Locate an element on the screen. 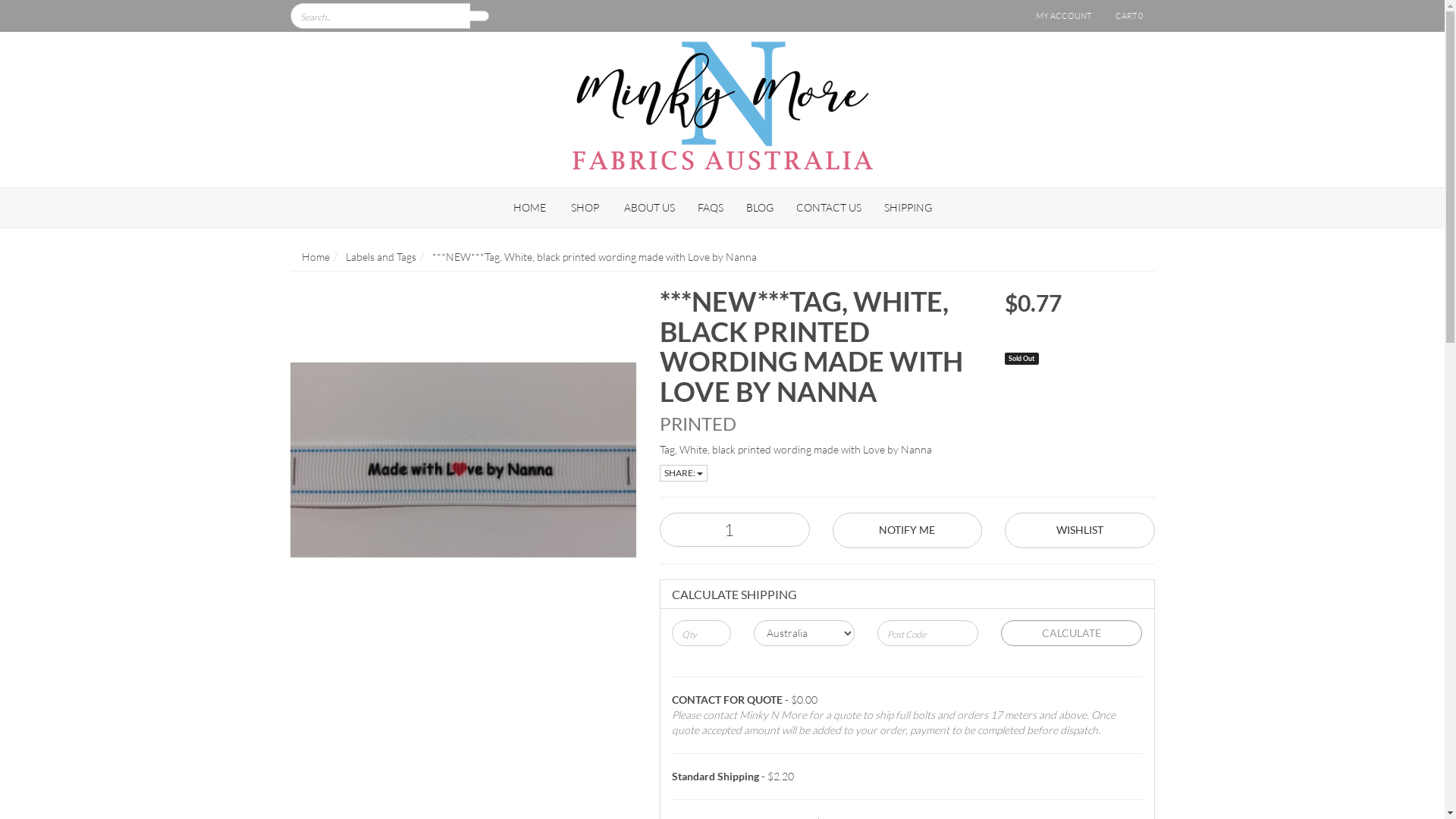 Image resolution: width=1456 pixels, height=819 pixels. 'CART 0' is located at coordinates (1128, 15).